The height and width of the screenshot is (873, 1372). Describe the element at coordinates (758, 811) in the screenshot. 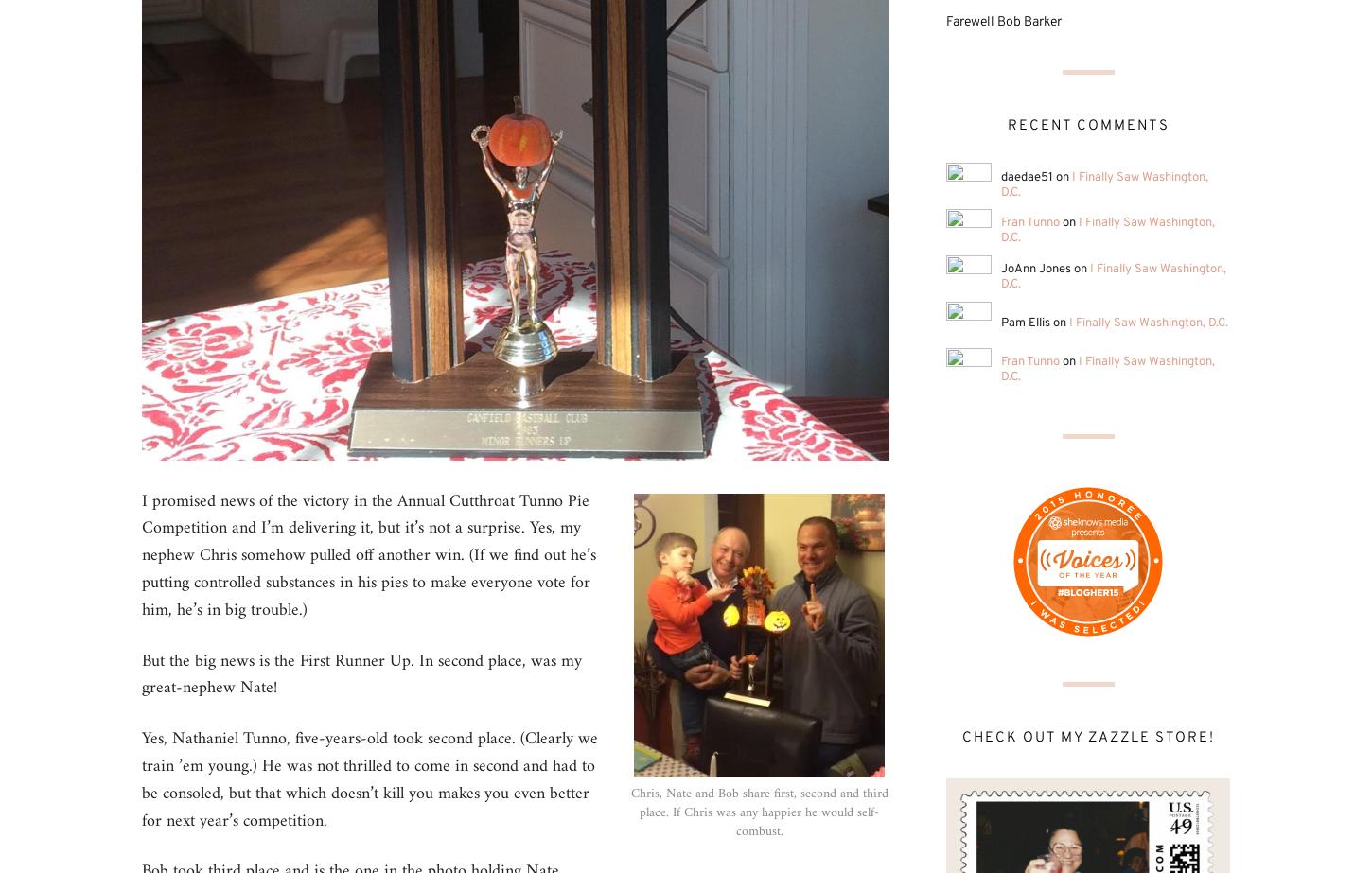

I see `'Chris, Nate and Bob share first, second and third place. If Chris was any happier he would self-combust.'` at that location.